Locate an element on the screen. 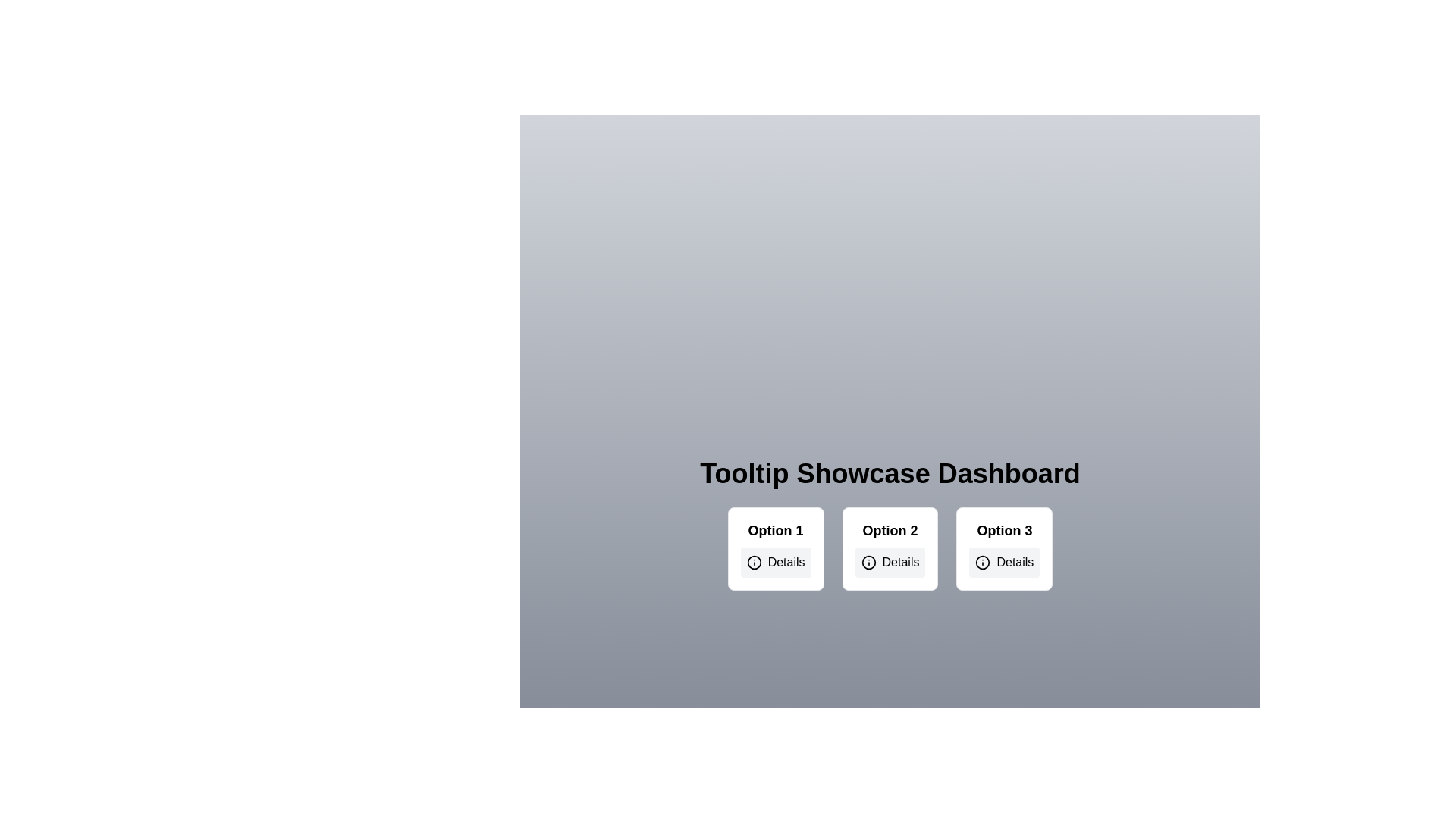 The width and height of the screenshot is (1456, 819). the 'Details' button is located at coordinates (890, 562).